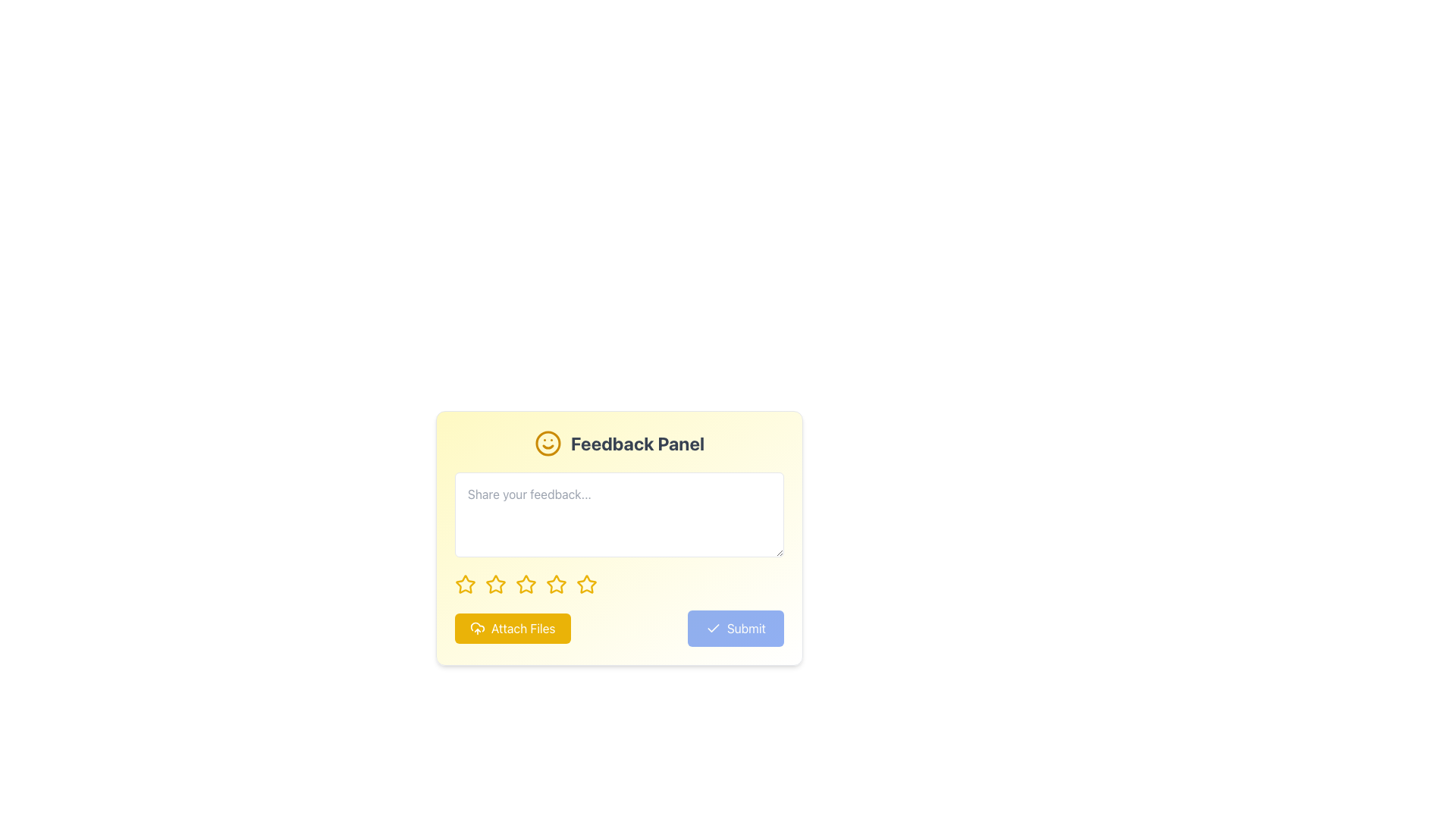 This screenshot has width=1456, height=819. What do you see at coordinates (526, 583) in the screenshot?
I see `the second star icon in the feedback section to provide a rating` at bounding box center [526, 583].